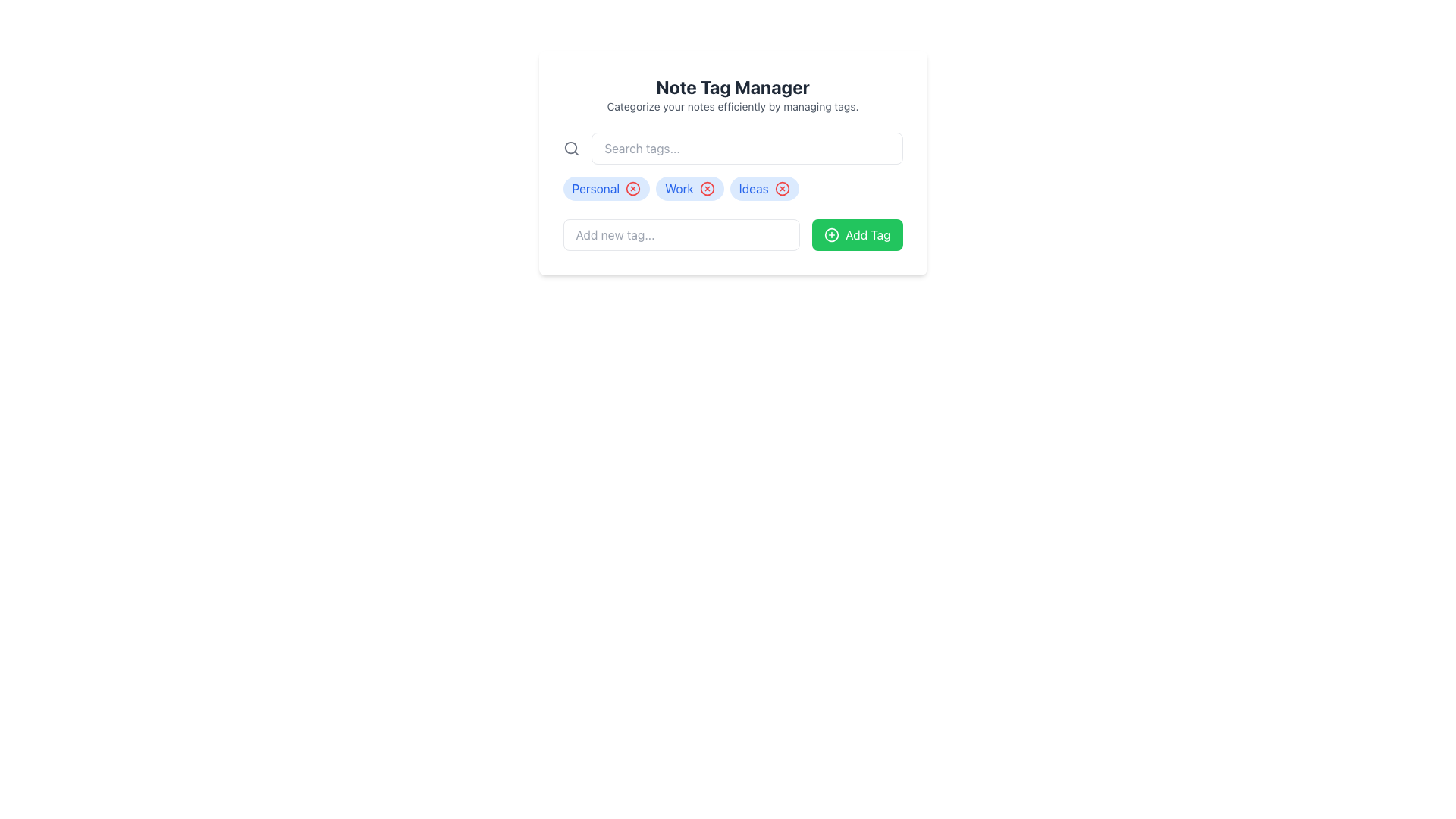 The height and width of the screenshot is (819, 1456). I want to click on the 'Ideas' tag with a blue background, so click(764, 188).